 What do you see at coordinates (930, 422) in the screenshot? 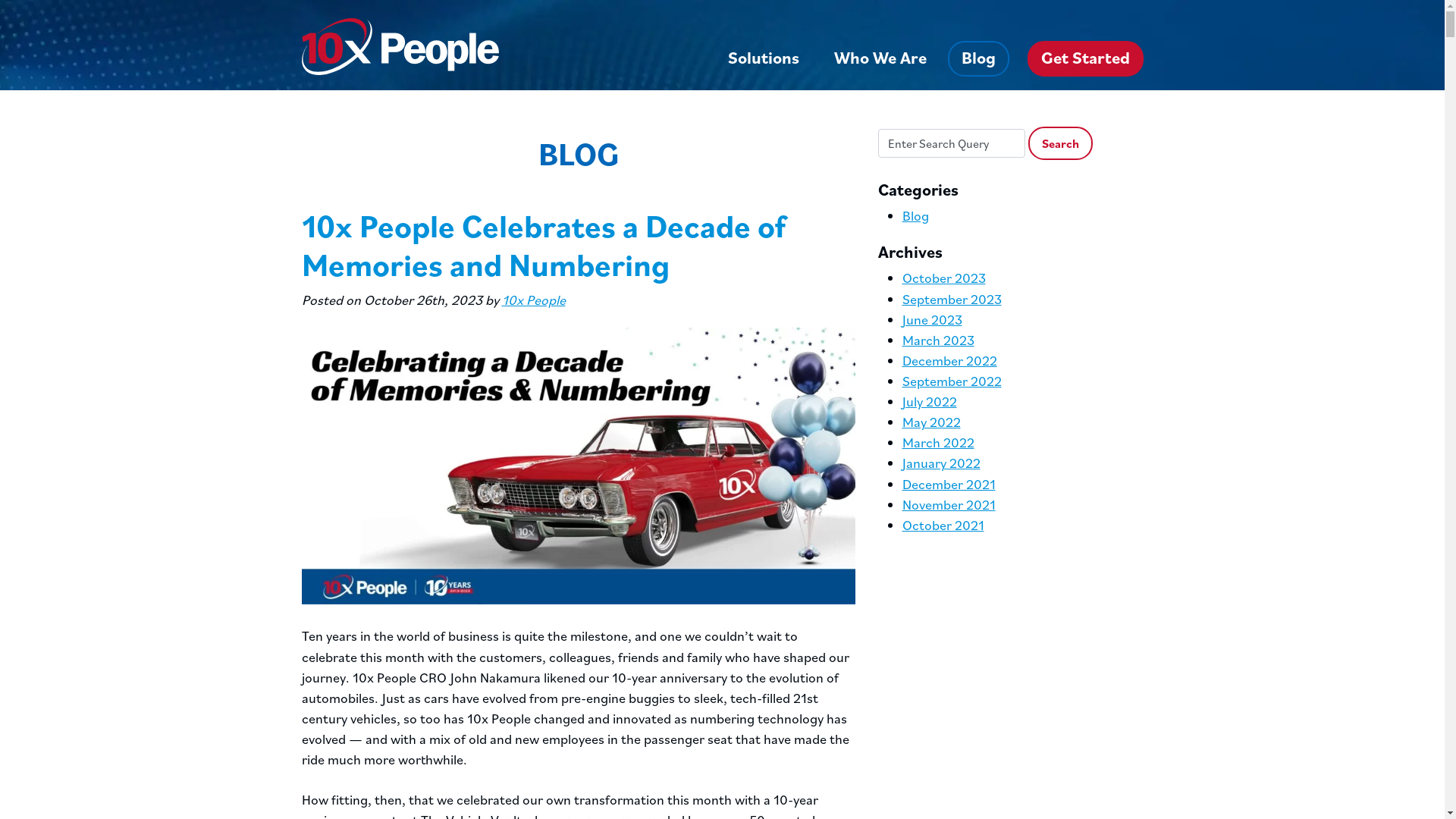
I see `'May 2022'` at bounding box center [930, 422].